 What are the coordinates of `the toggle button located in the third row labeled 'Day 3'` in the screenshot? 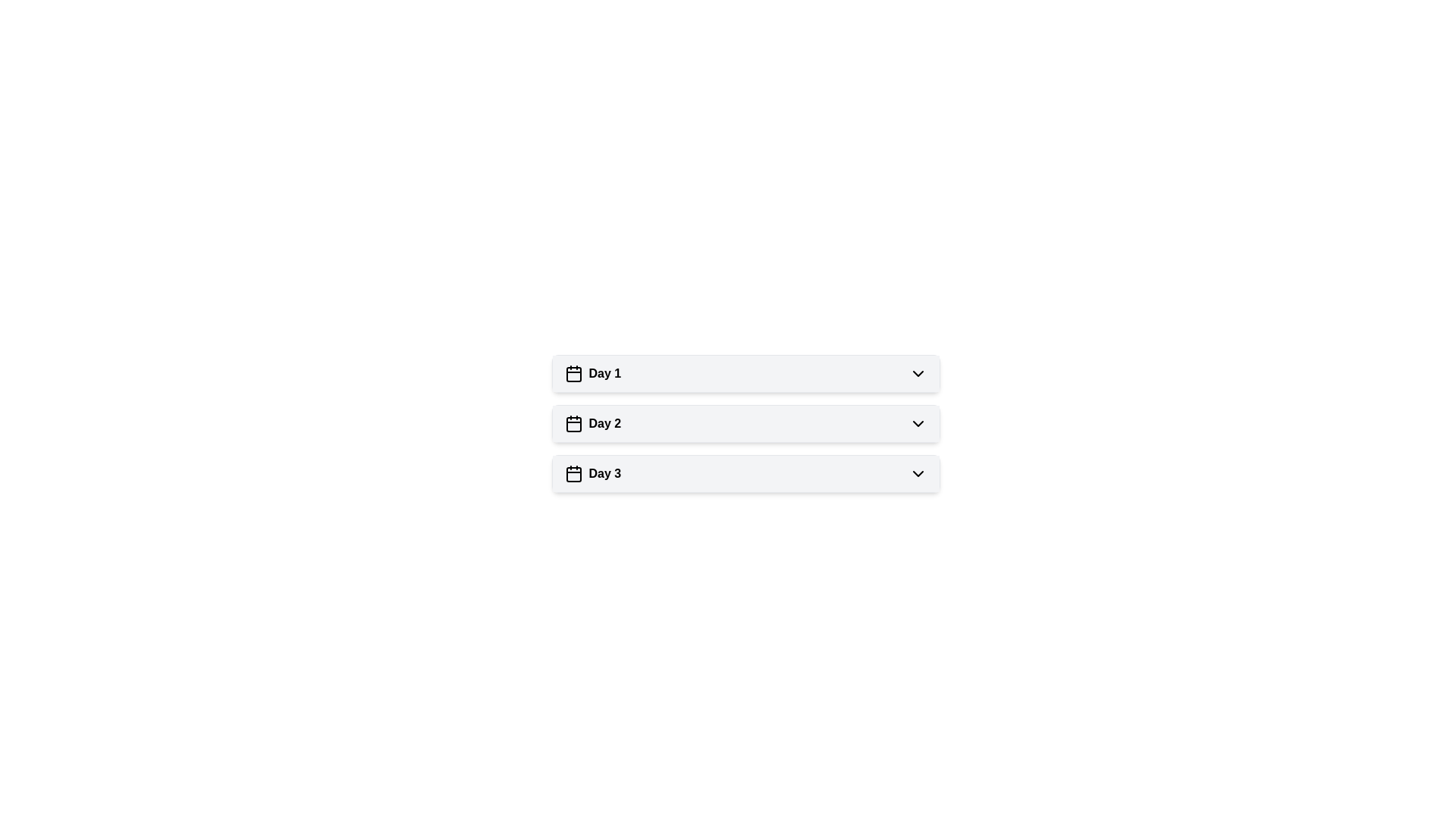 It's located at (917, 472).